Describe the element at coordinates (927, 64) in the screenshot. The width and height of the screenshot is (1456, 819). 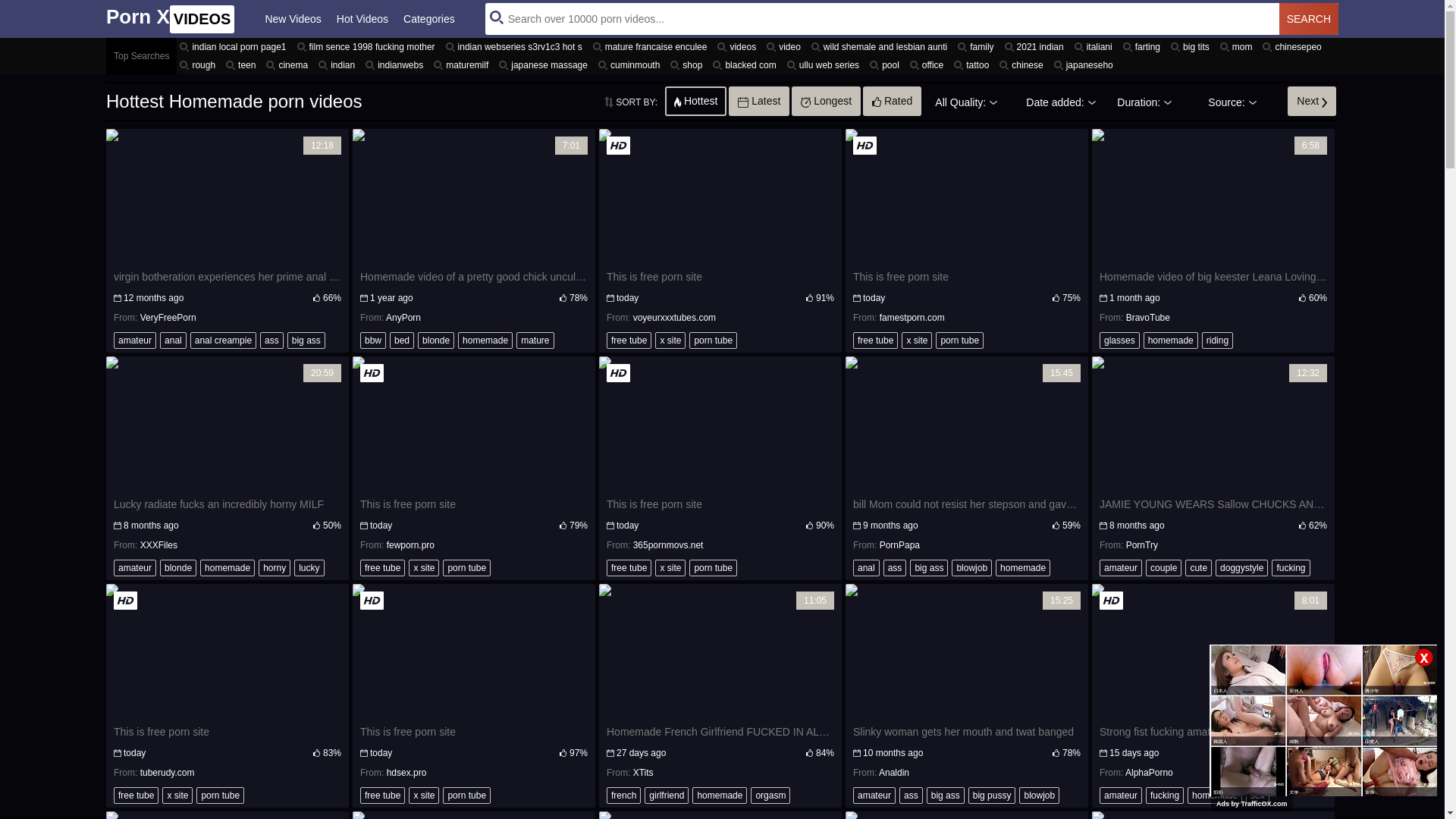
I see `'office'` at that location.